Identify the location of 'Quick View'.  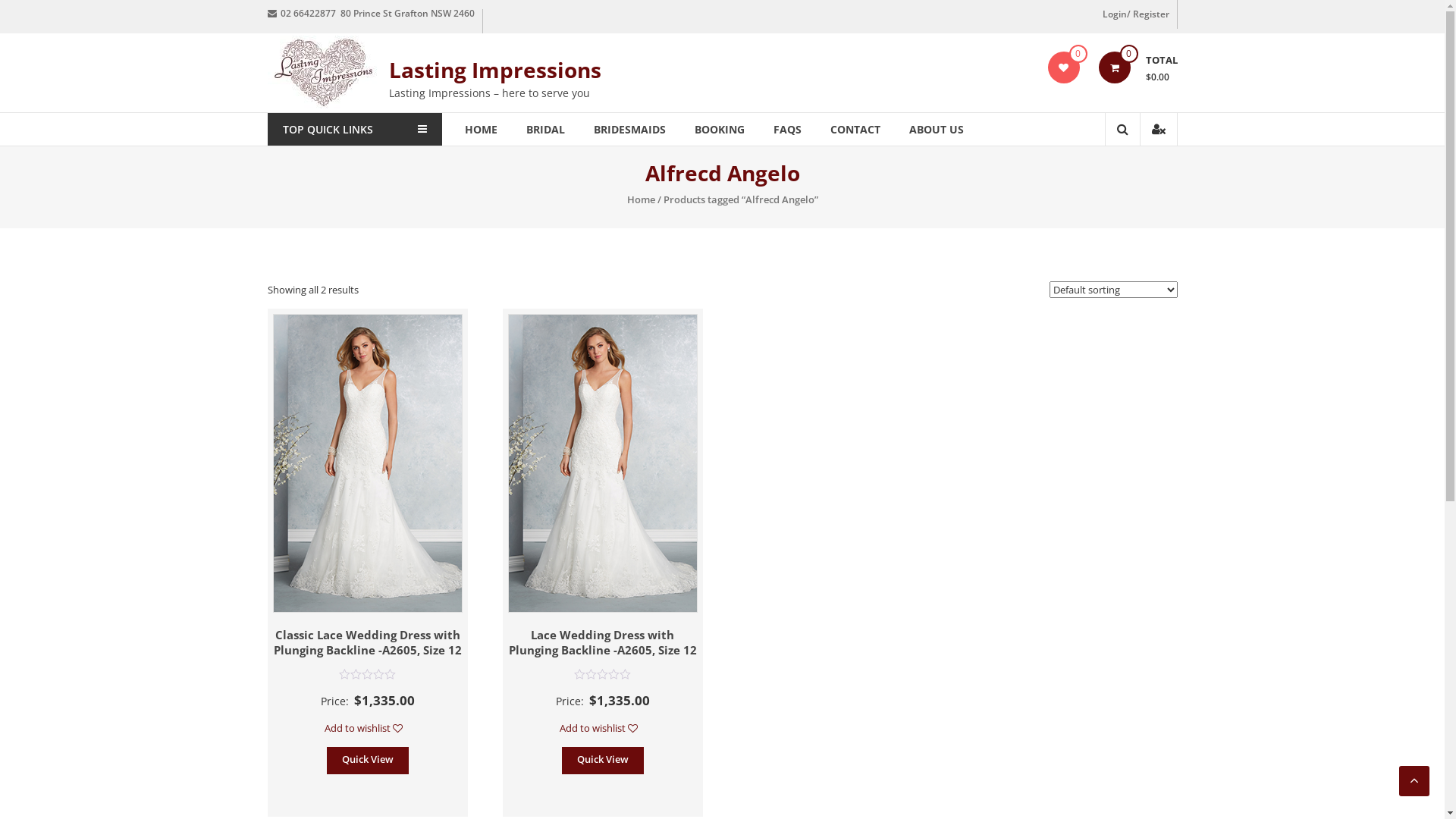
(560, 760).